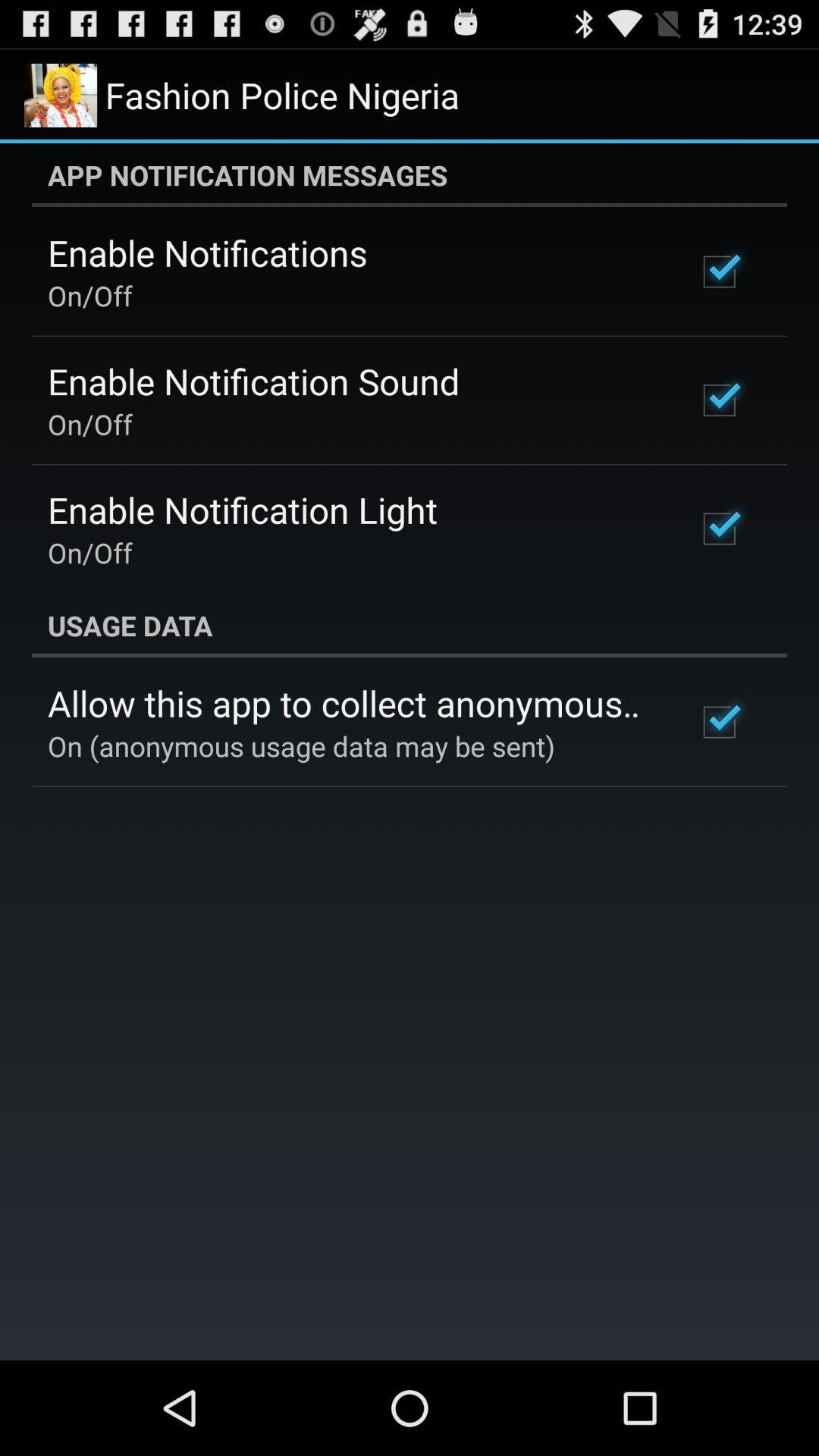 The height and width of the screenshot is (1456, 819). Describe the element at coordinates (351, 702) in the screenshot. I see `item above on anonymous usage item` at that location.